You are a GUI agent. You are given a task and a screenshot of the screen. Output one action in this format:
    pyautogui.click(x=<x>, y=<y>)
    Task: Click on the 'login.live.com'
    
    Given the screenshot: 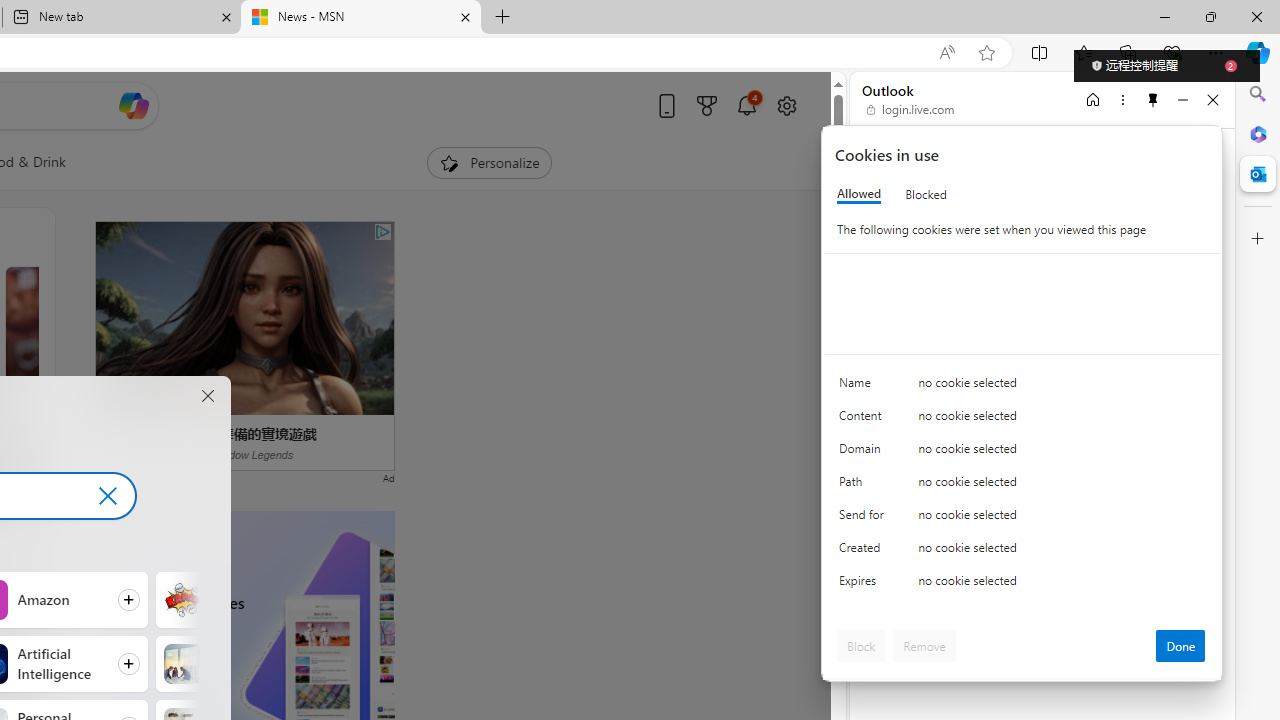 What is the action you would take?
    pyautogui.click(x=910, y=110)
    